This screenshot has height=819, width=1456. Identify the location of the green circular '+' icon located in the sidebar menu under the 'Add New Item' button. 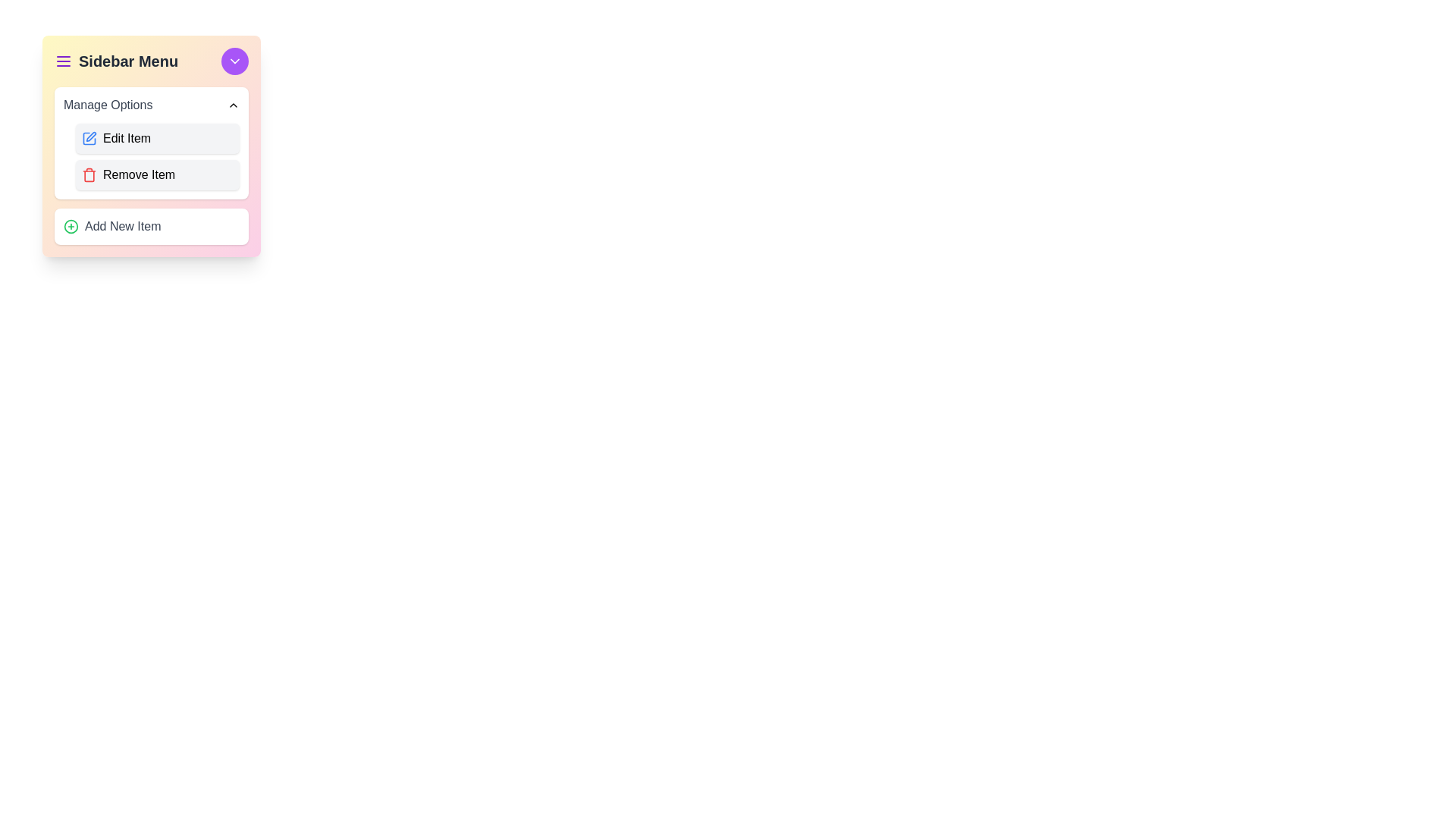
(71, 227).